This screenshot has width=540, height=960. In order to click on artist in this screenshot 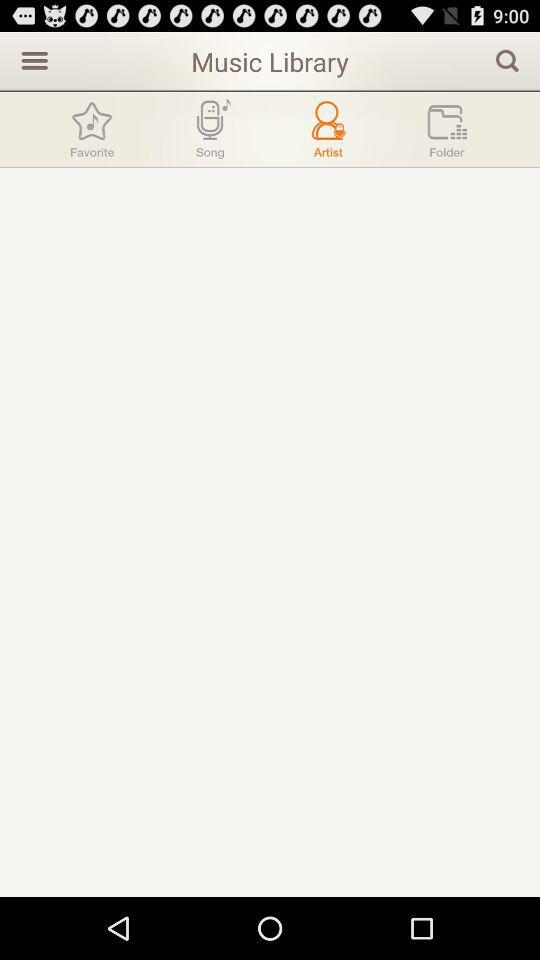, I will do `click(328, 128)`.